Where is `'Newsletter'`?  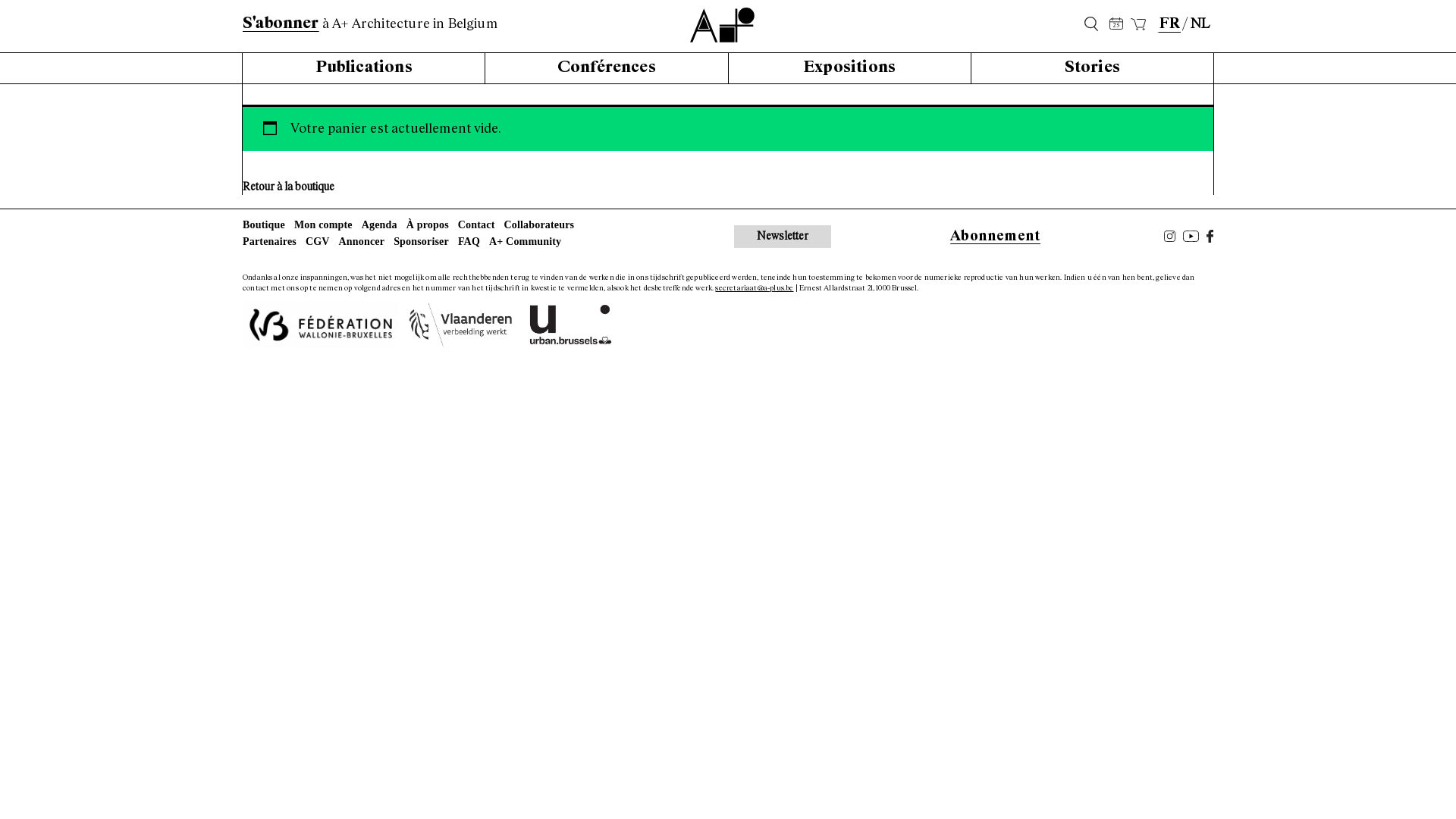 'Newsletter' is located at coordinates (783, 237).